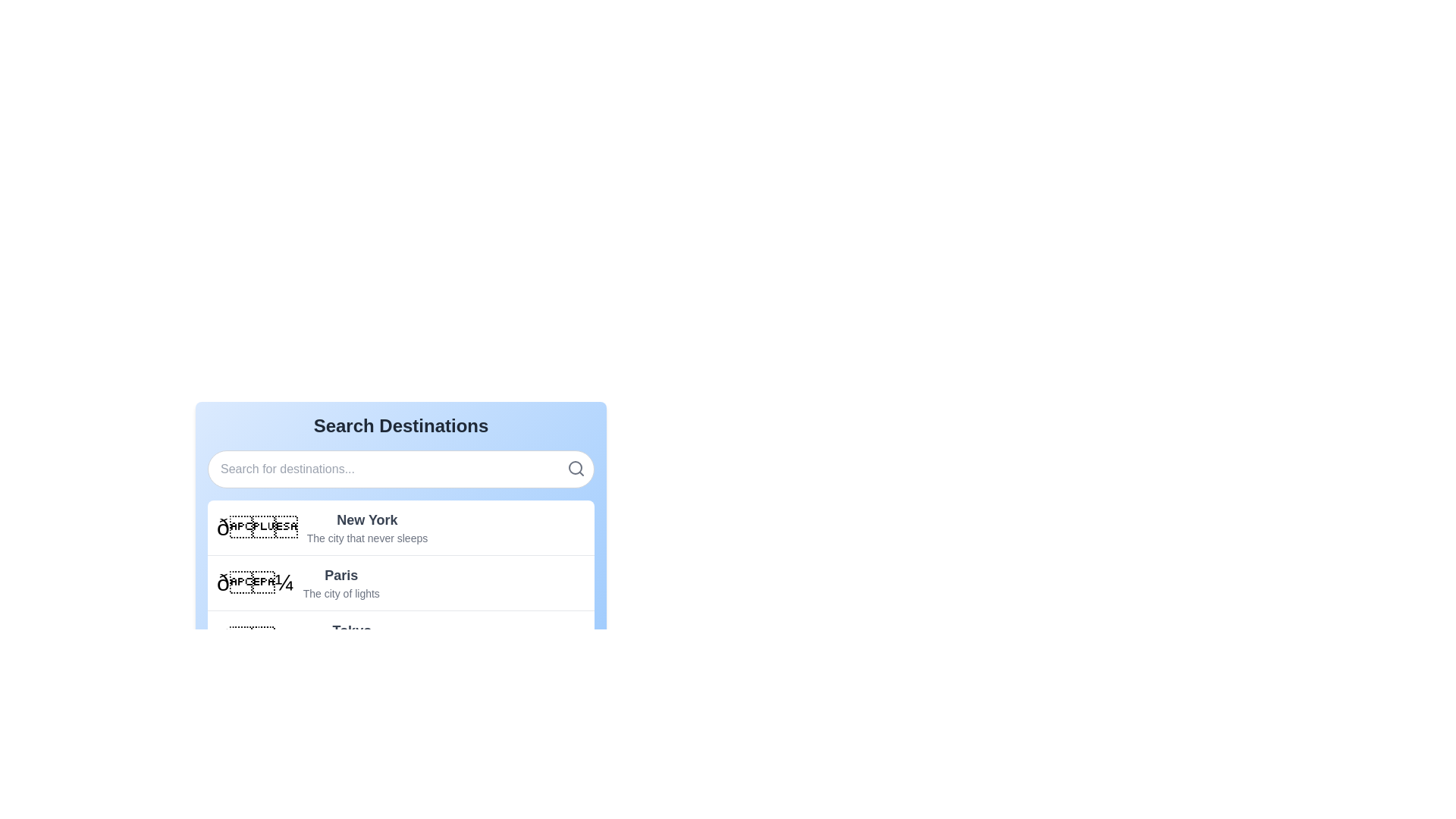 This screenshot has width=1456, height=819. Describe the element at coordinates (574, 467) in the screenshot. I see `the circle that represents the search functionality, located at the top-right corner of the search bar, to perform a search action` at that location.